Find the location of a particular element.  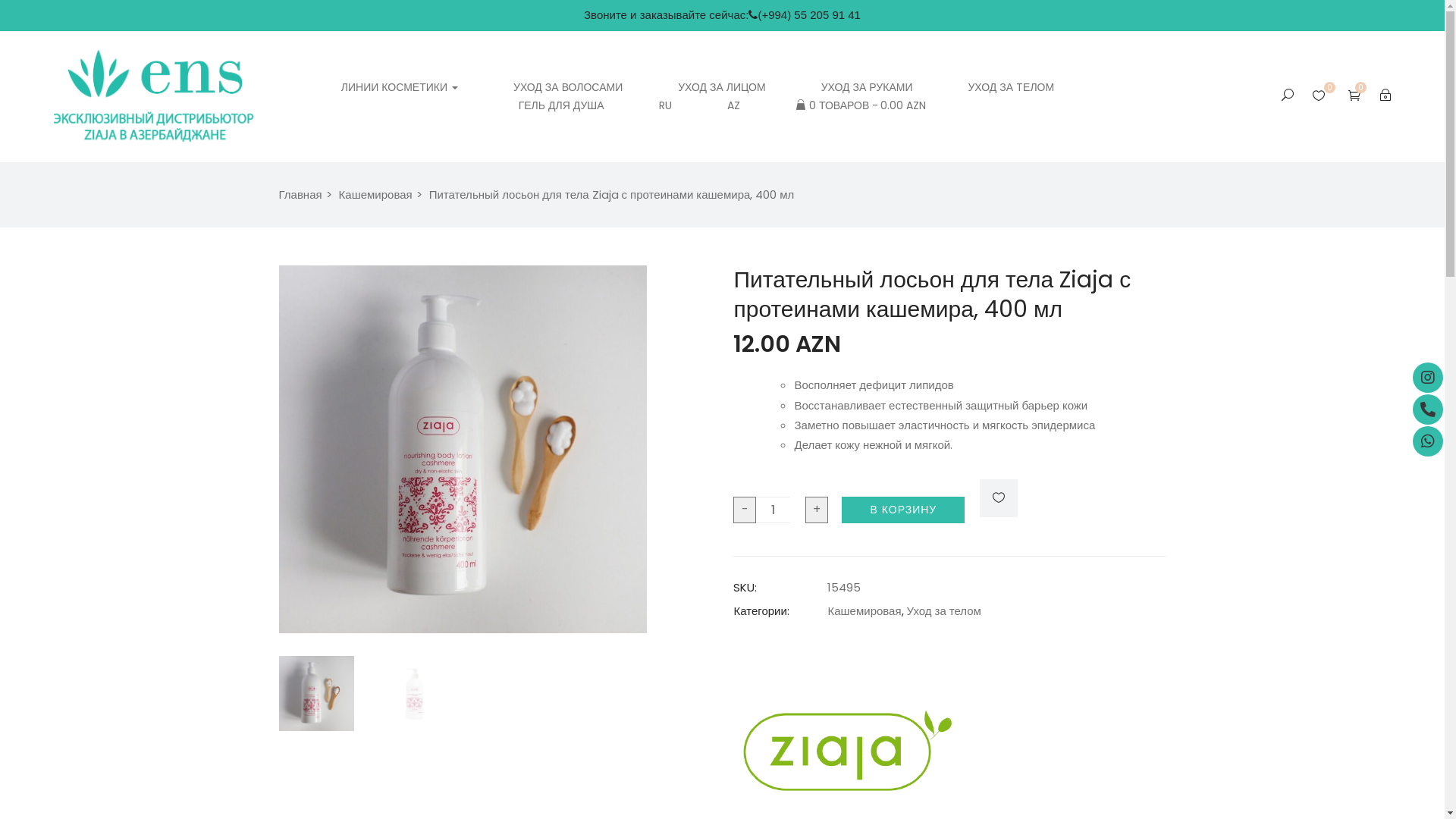

'+' is located at coordinates (815, 510).